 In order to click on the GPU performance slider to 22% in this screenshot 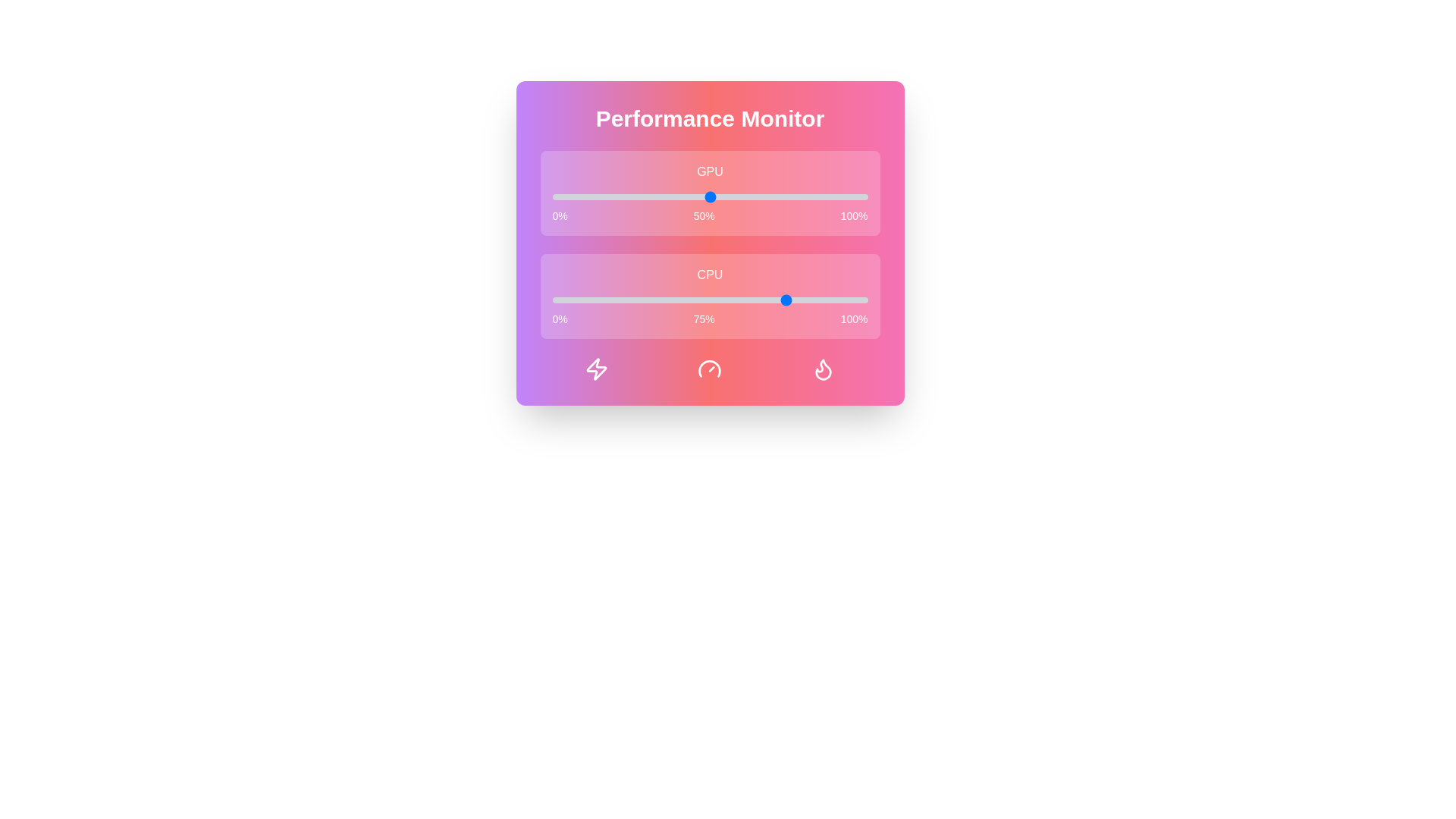, I will do `click(622, 196)`.